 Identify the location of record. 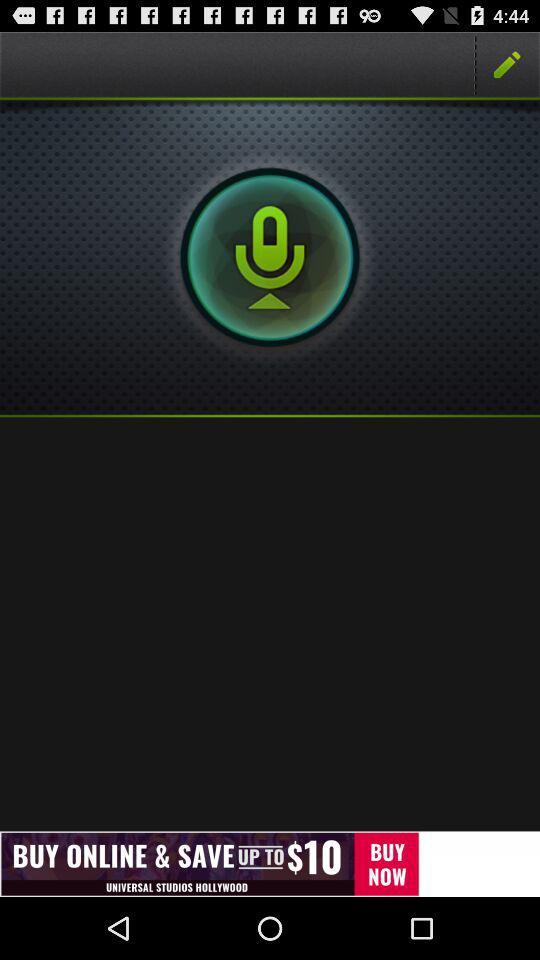
(270, 256).